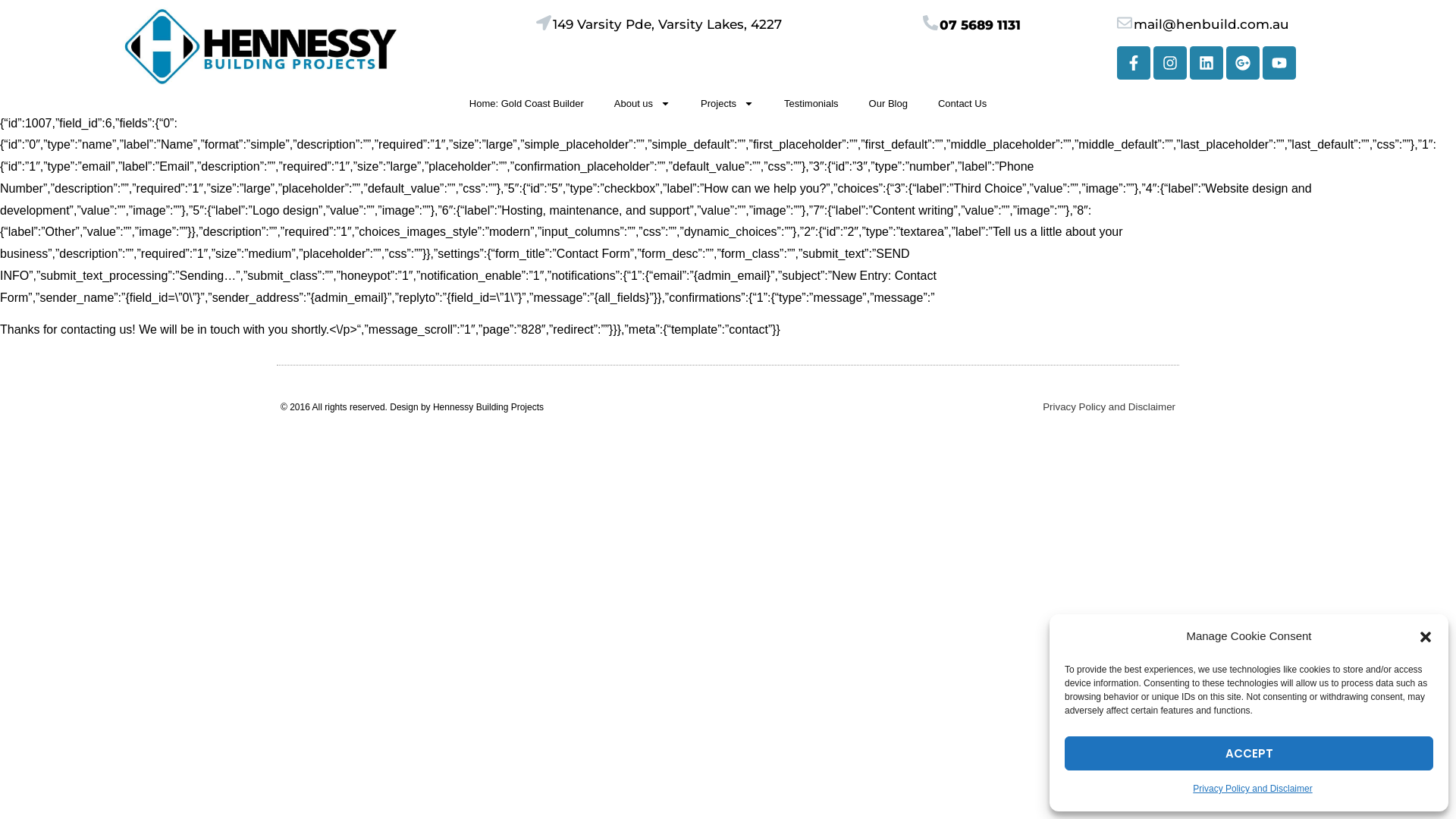  What do you see at coordinates (684, 102) in the screenshot?
I see `'Projects'` at bounding box center [684, 102].